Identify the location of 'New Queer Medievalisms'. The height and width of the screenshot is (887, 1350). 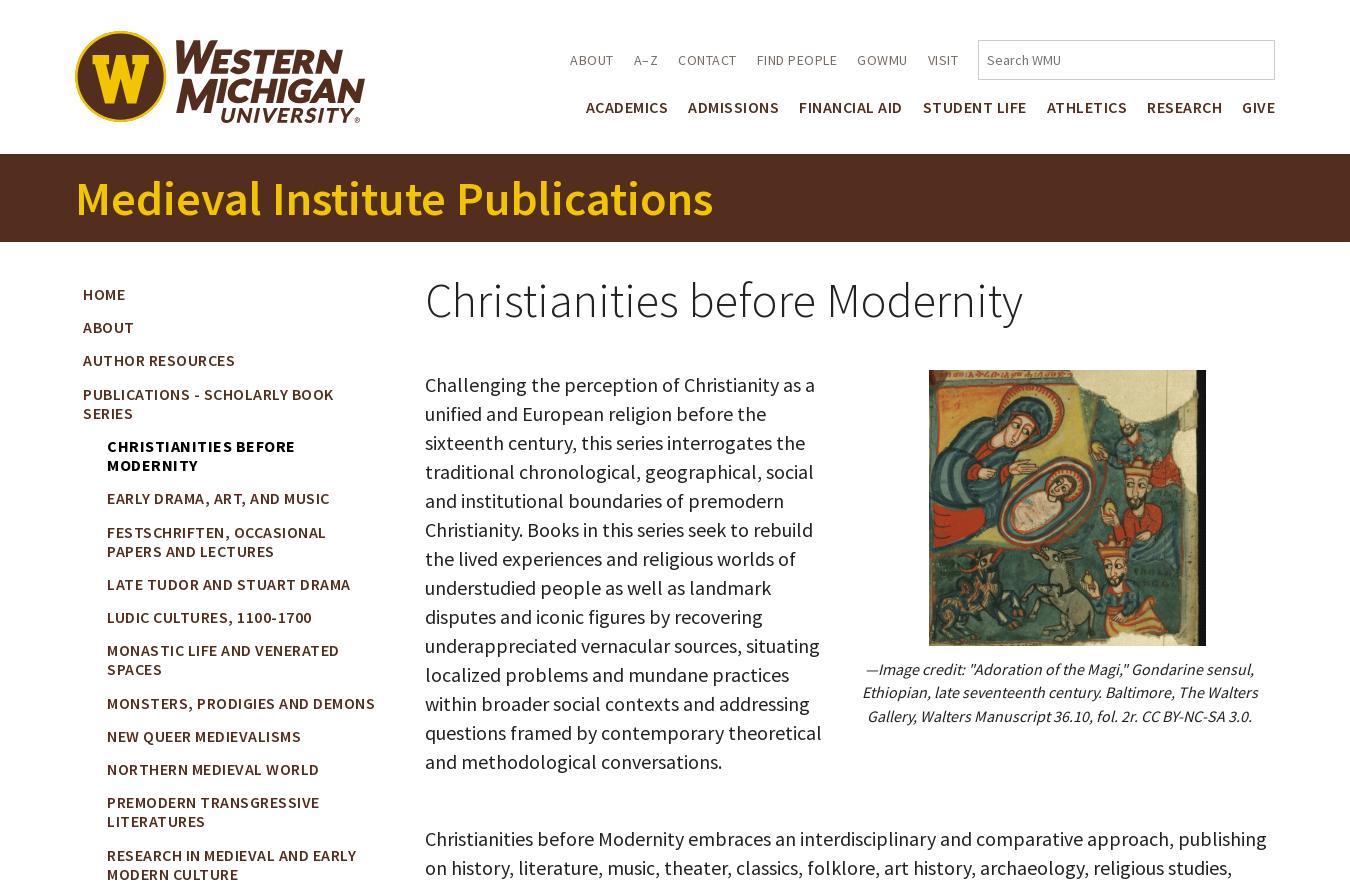
(106, 734).